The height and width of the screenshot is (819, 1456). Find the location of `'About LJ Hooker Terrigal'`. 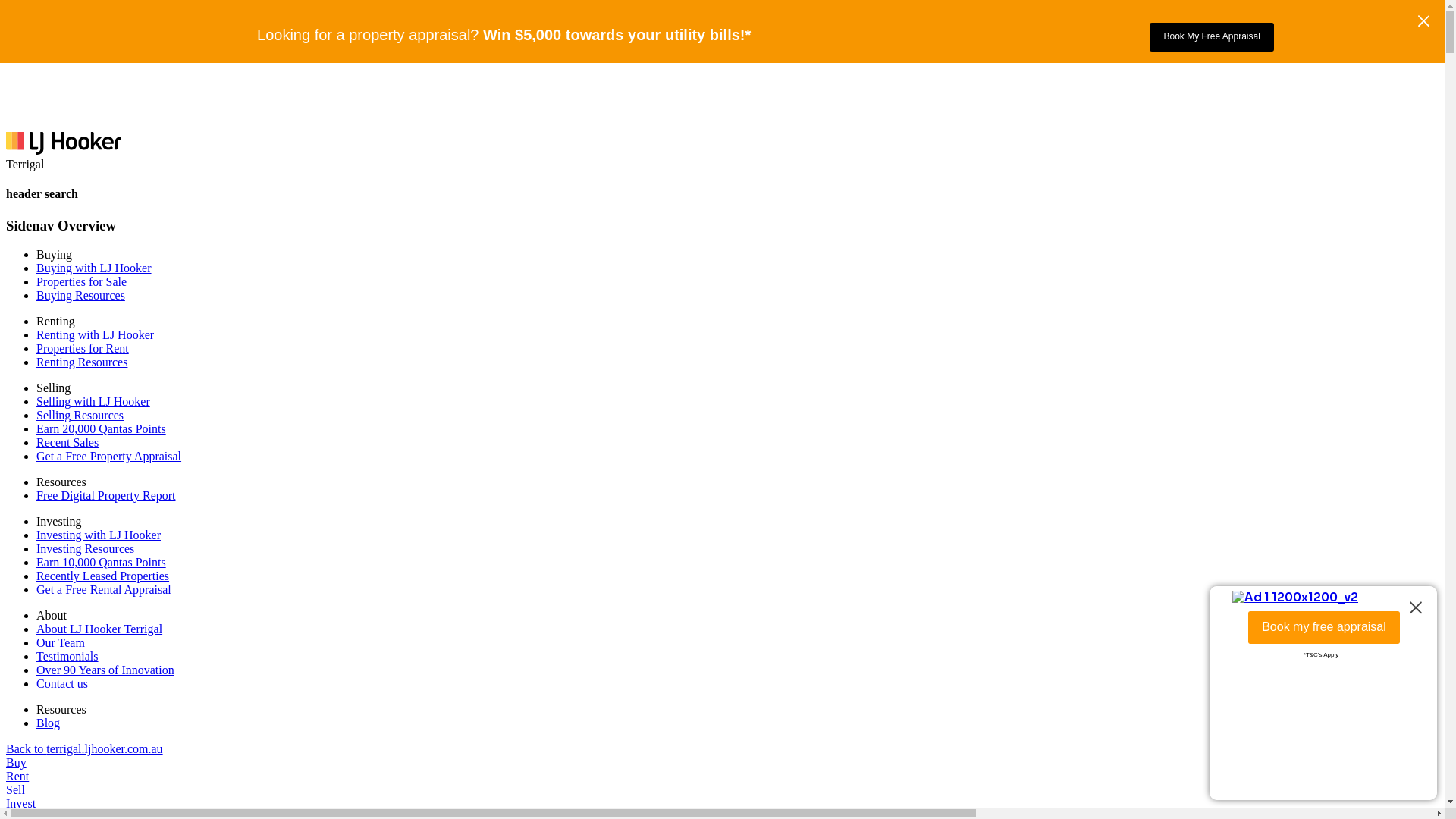

'About LJ Hooker Terrigal' is located at coordinates (98, 629).